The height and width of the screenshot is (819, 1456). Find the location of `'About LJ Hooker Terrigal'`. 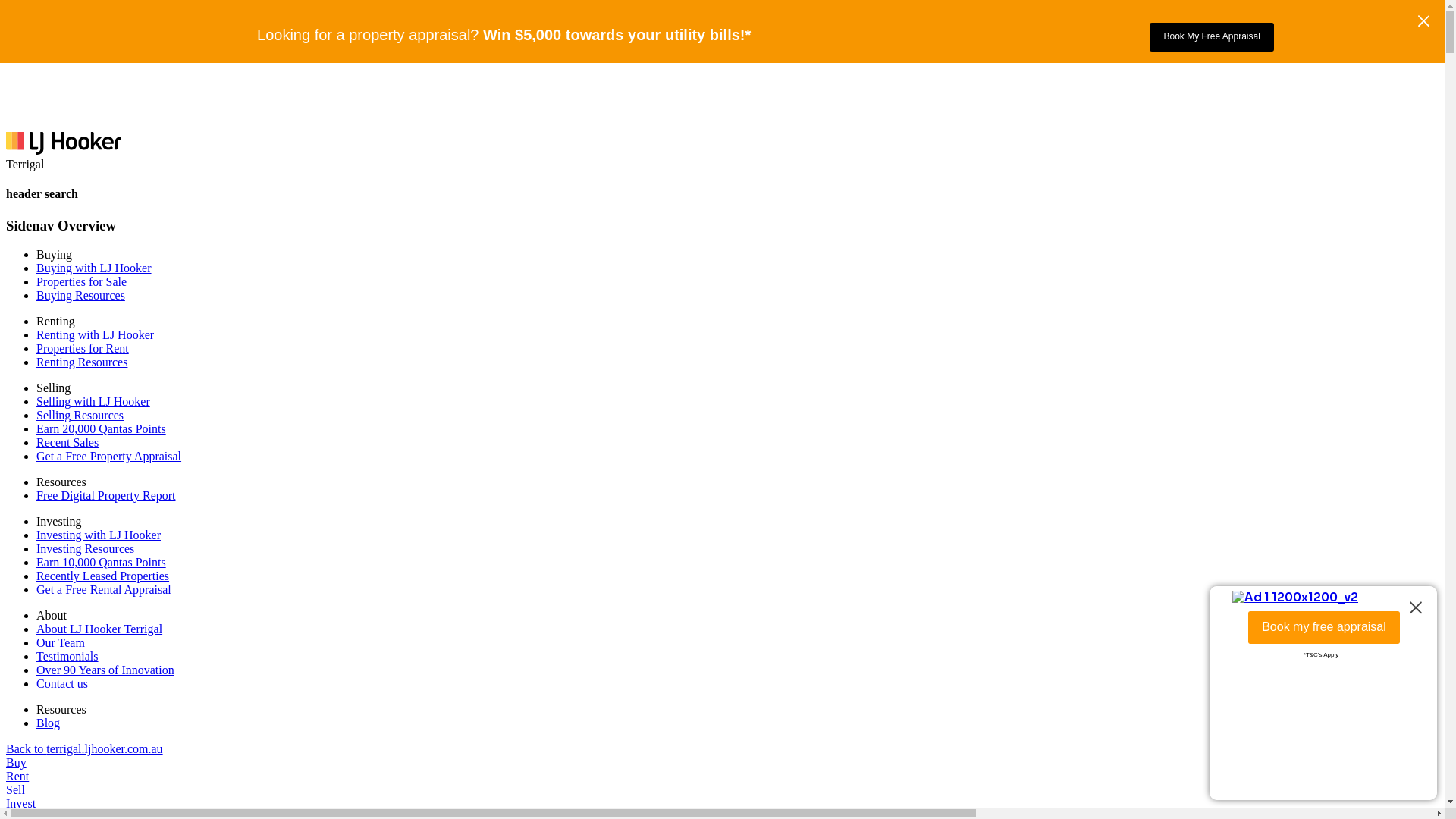

'About LJ Hooker Terrigal' is located at coordinates (98, 629).